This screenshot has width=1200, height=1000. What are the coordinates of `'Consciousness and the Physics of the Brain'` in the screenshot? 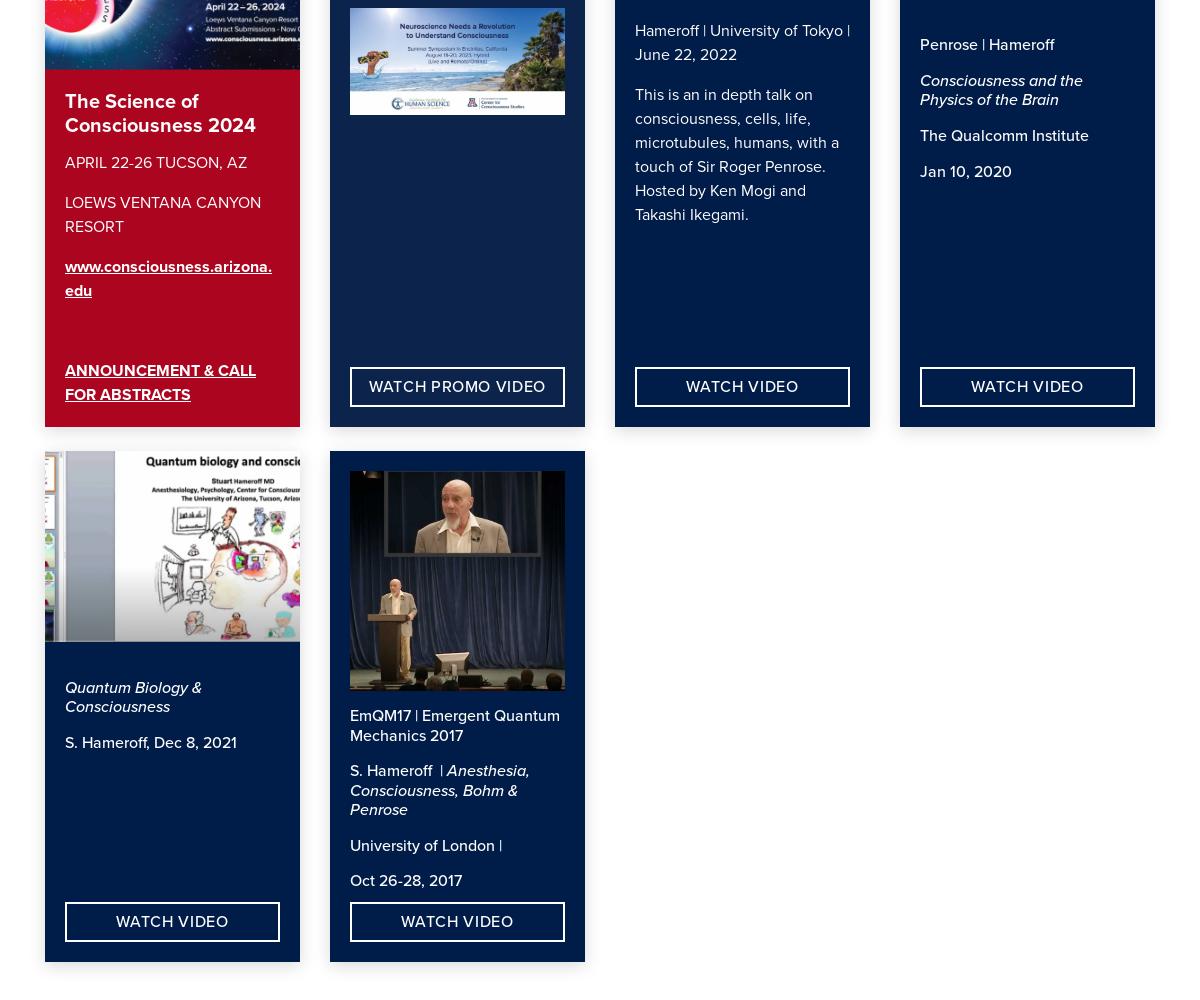 It's located at (920, 88).